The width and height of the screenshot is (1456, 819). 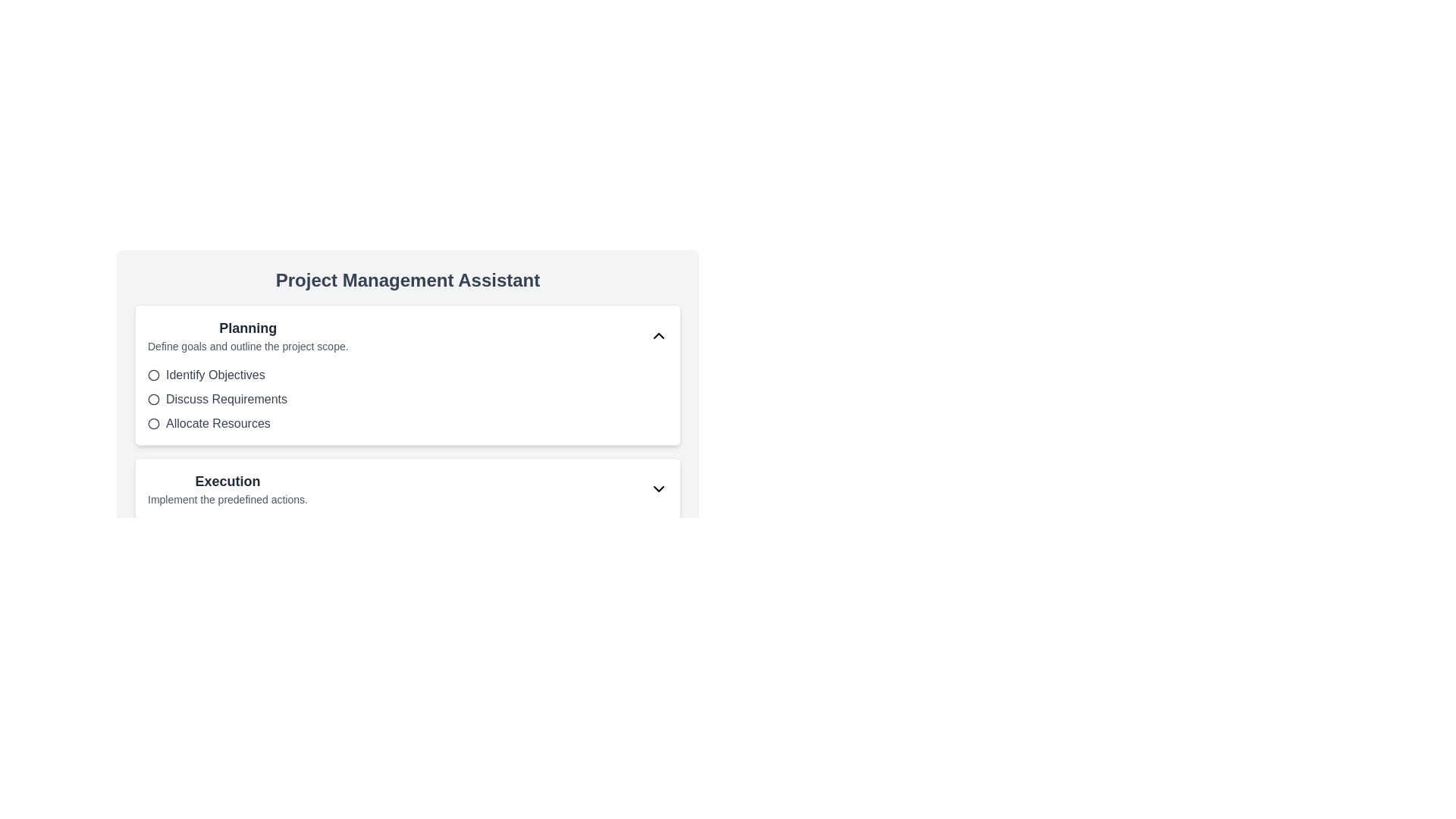 I want to click on the 'Discuss Requirements' text label, which is the second option under the 'Planning' section in the checklist, so click(x=225, y=399).